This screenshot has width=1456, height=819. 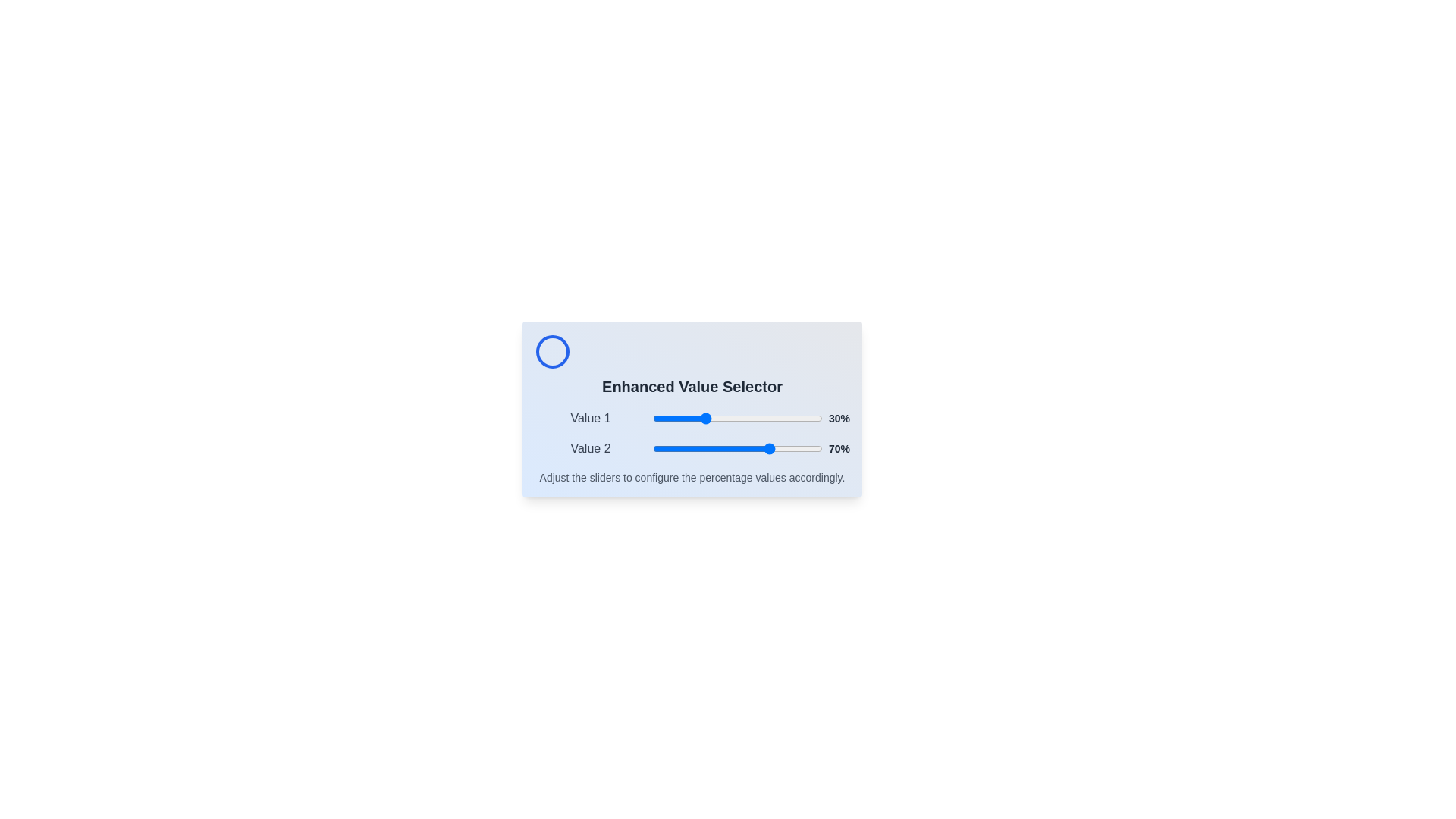 I want to click on the slider for Value 1 to 9%, so click(x=667, y=418).